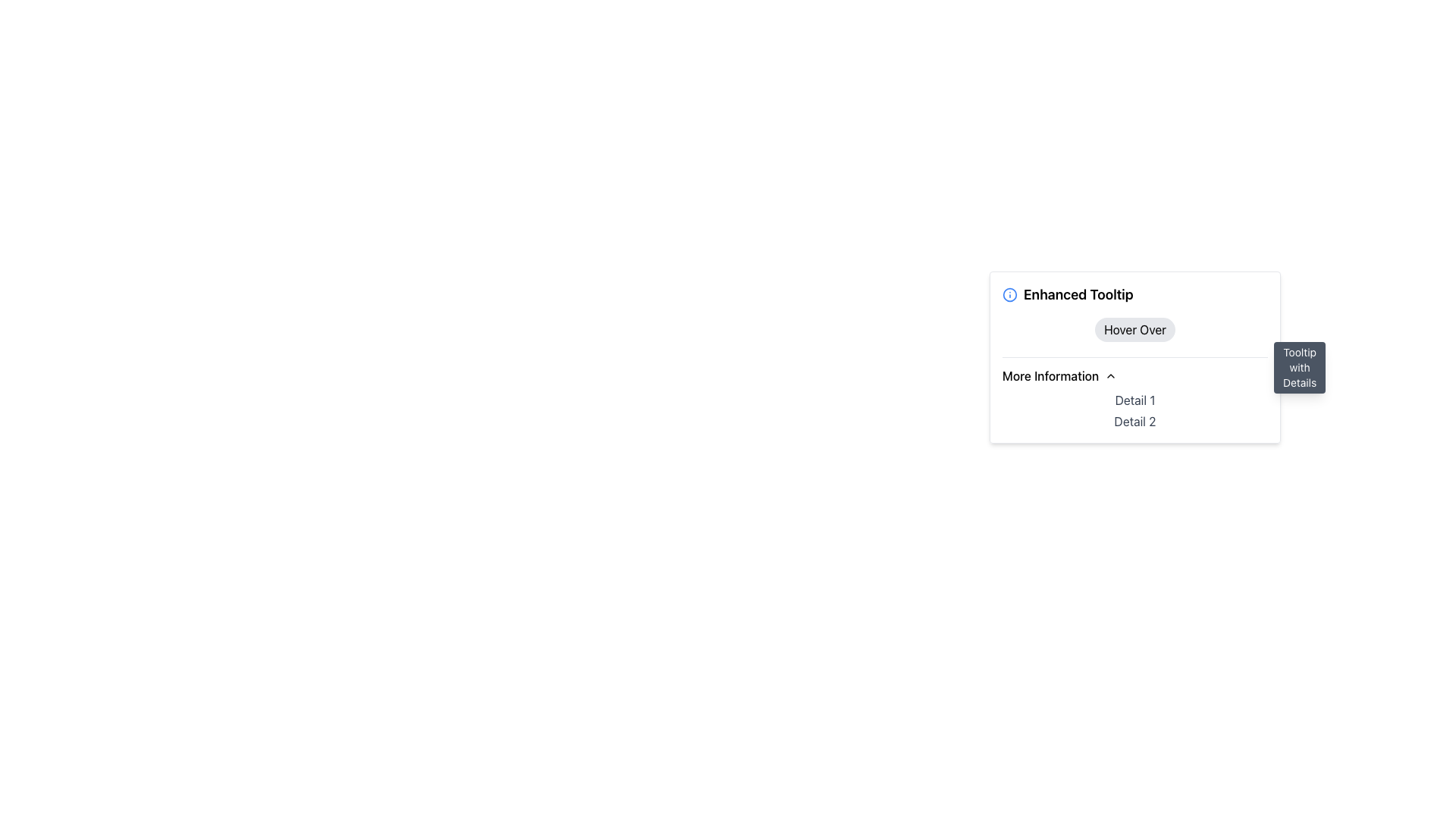  Describe the element at coordinates (1111, 375) in the screenshot. I see `the downward-pointing chevron icon next to the 'More Information' text` at that location.